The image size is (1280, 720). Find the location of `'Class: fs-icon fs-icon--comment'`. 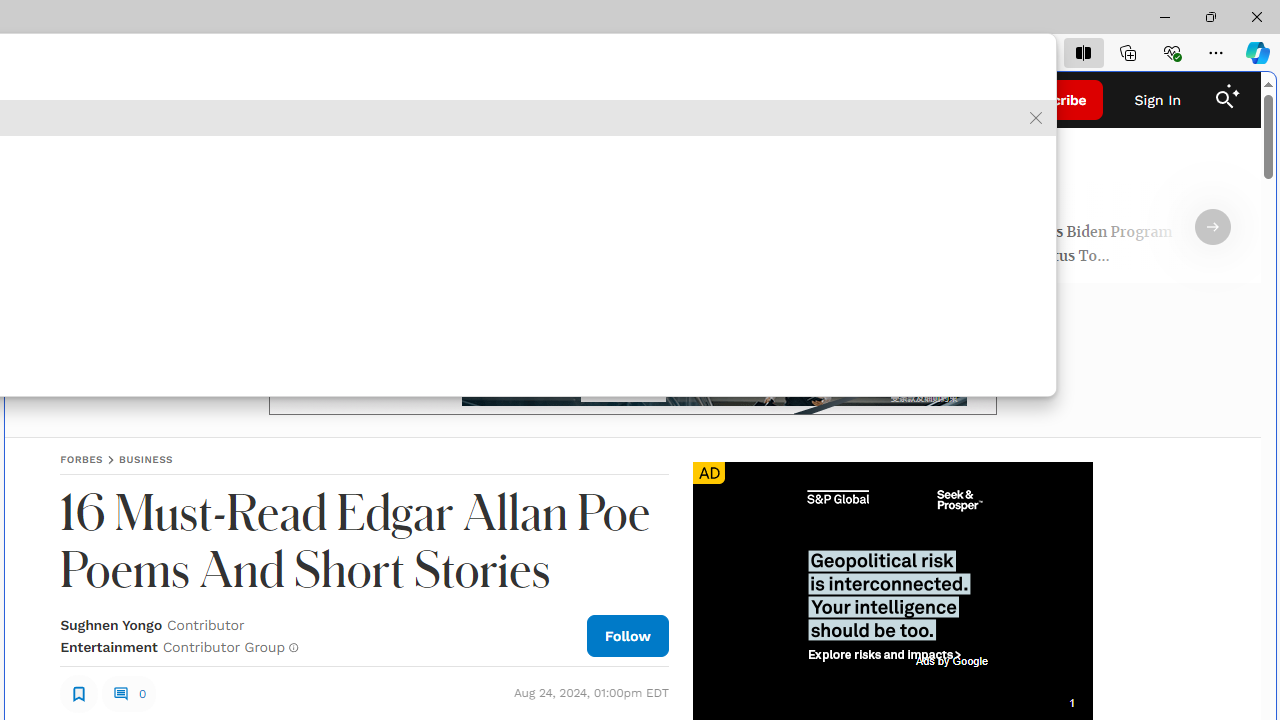

'Class: fs-icon fs-icon--comment' is located at coordinates (119, 692).